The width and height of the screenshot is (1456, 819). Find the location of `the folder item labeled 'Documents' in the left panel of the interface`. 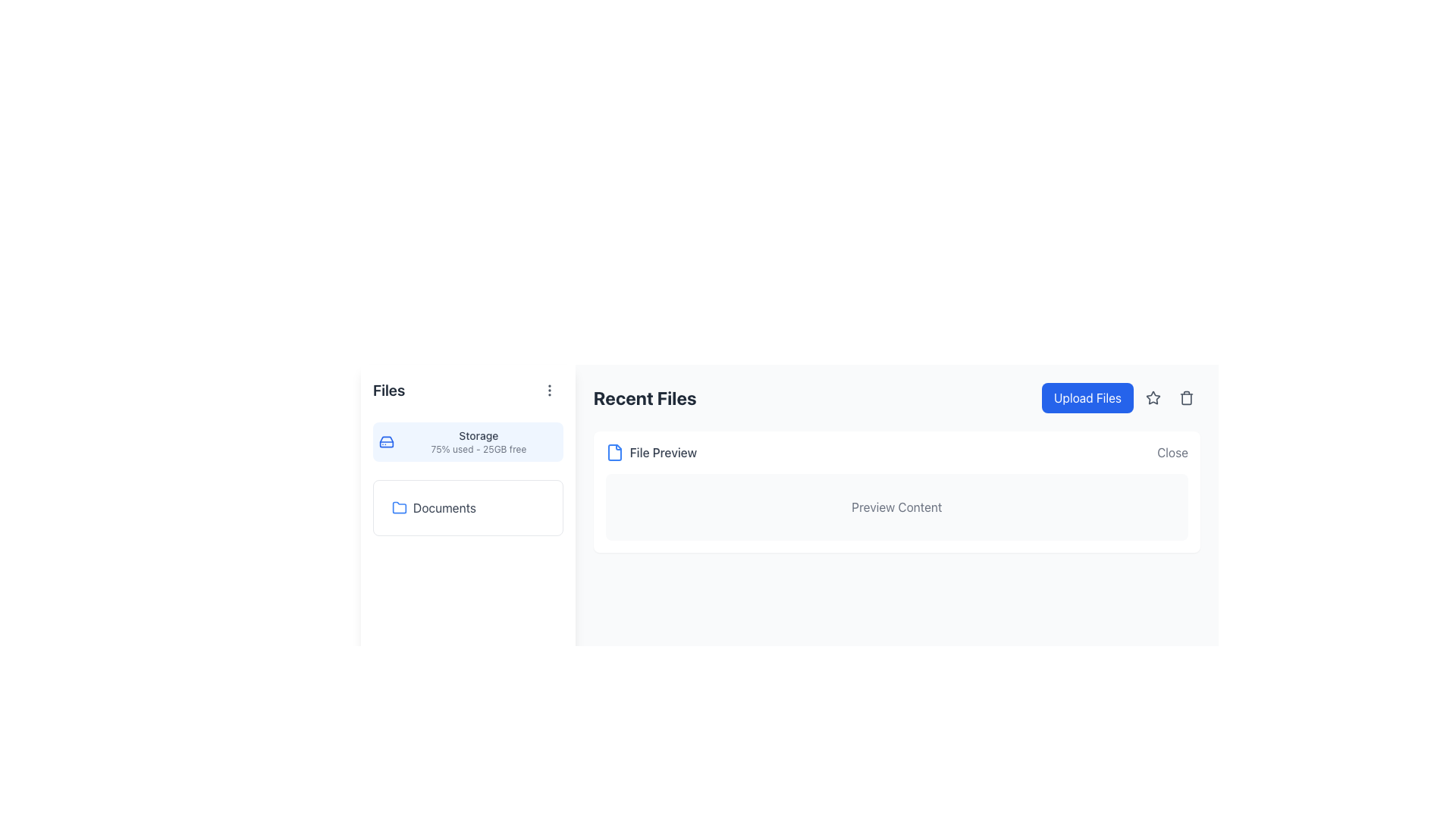

the folder item labeled 'Documents' in the left panel of the interface is located at coordinates (467, 508).